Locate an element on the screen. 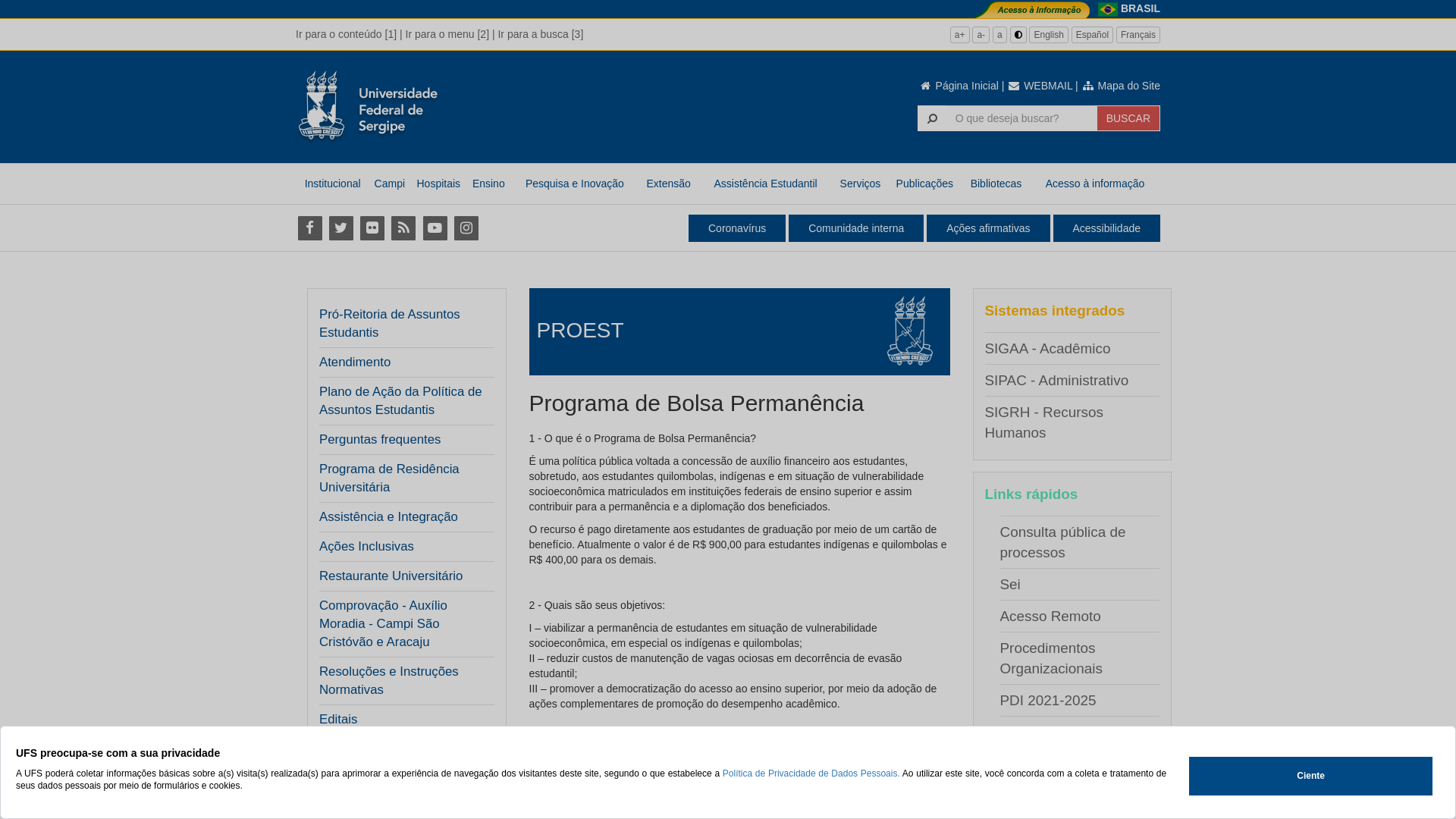  'BUSCAR' is located at coordinates (1128, 117).